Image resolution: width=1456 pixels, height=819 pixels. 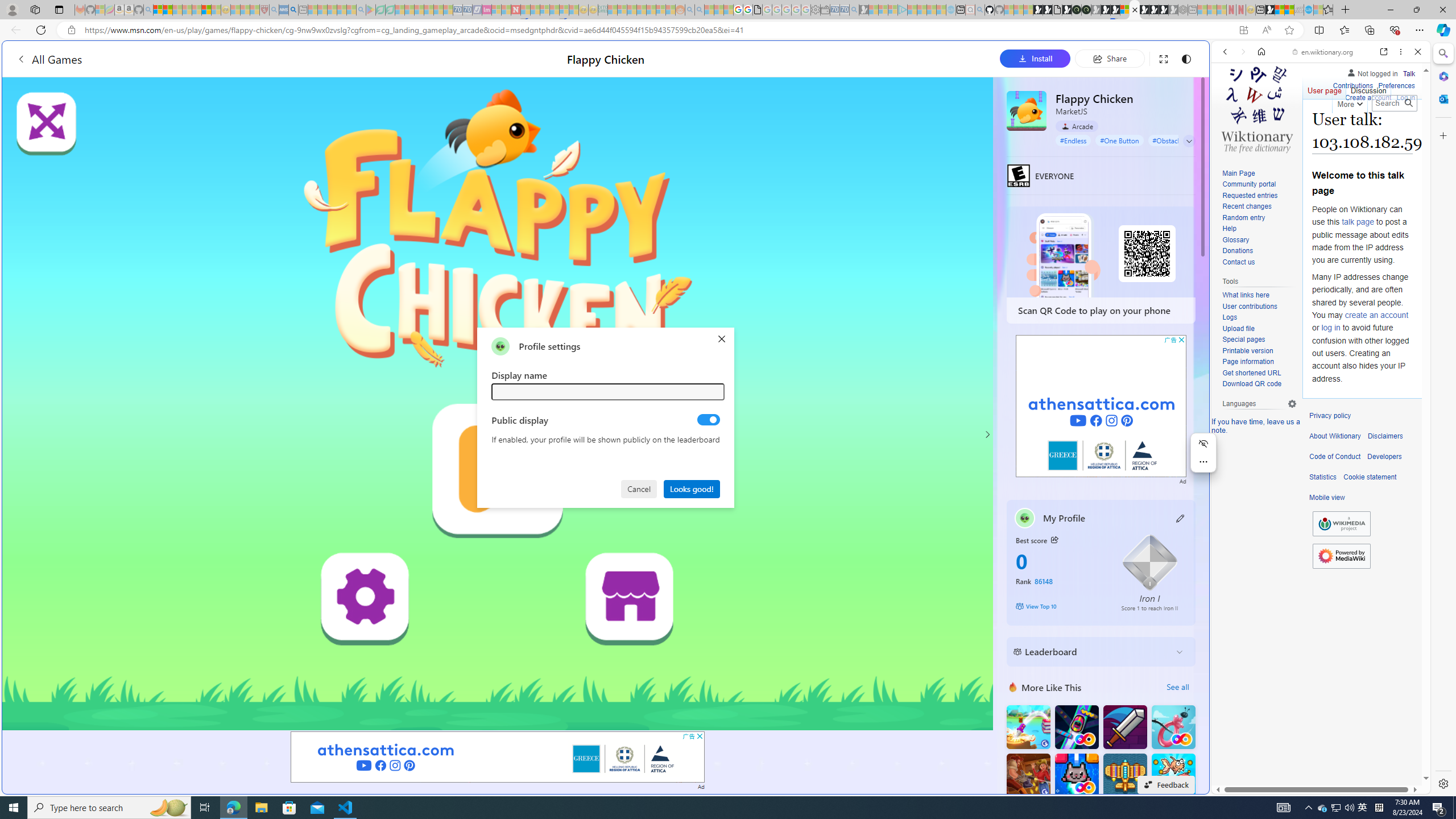 I want to click on 'User contributions', so click(x=1249, y=305).